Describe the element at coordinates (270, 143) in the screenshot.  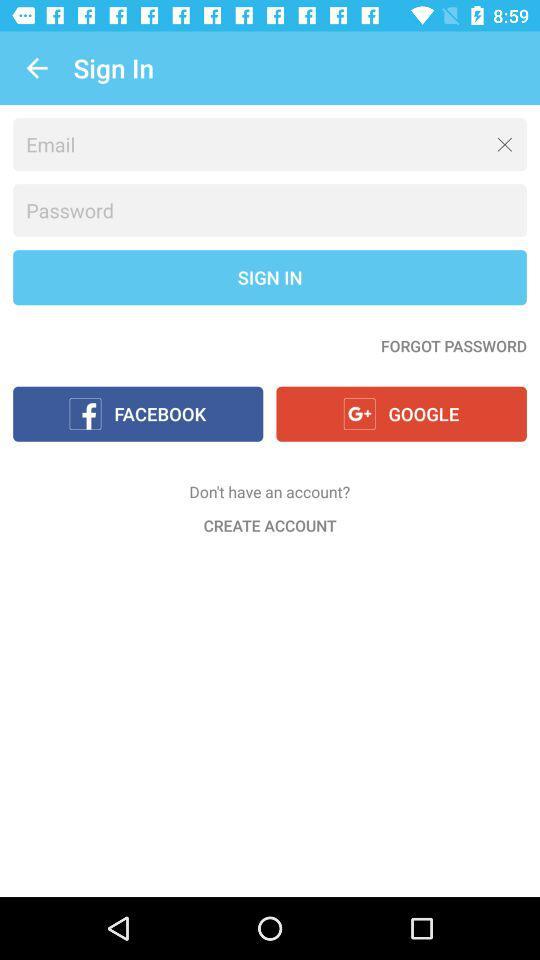
I see `input your email address` at that location.